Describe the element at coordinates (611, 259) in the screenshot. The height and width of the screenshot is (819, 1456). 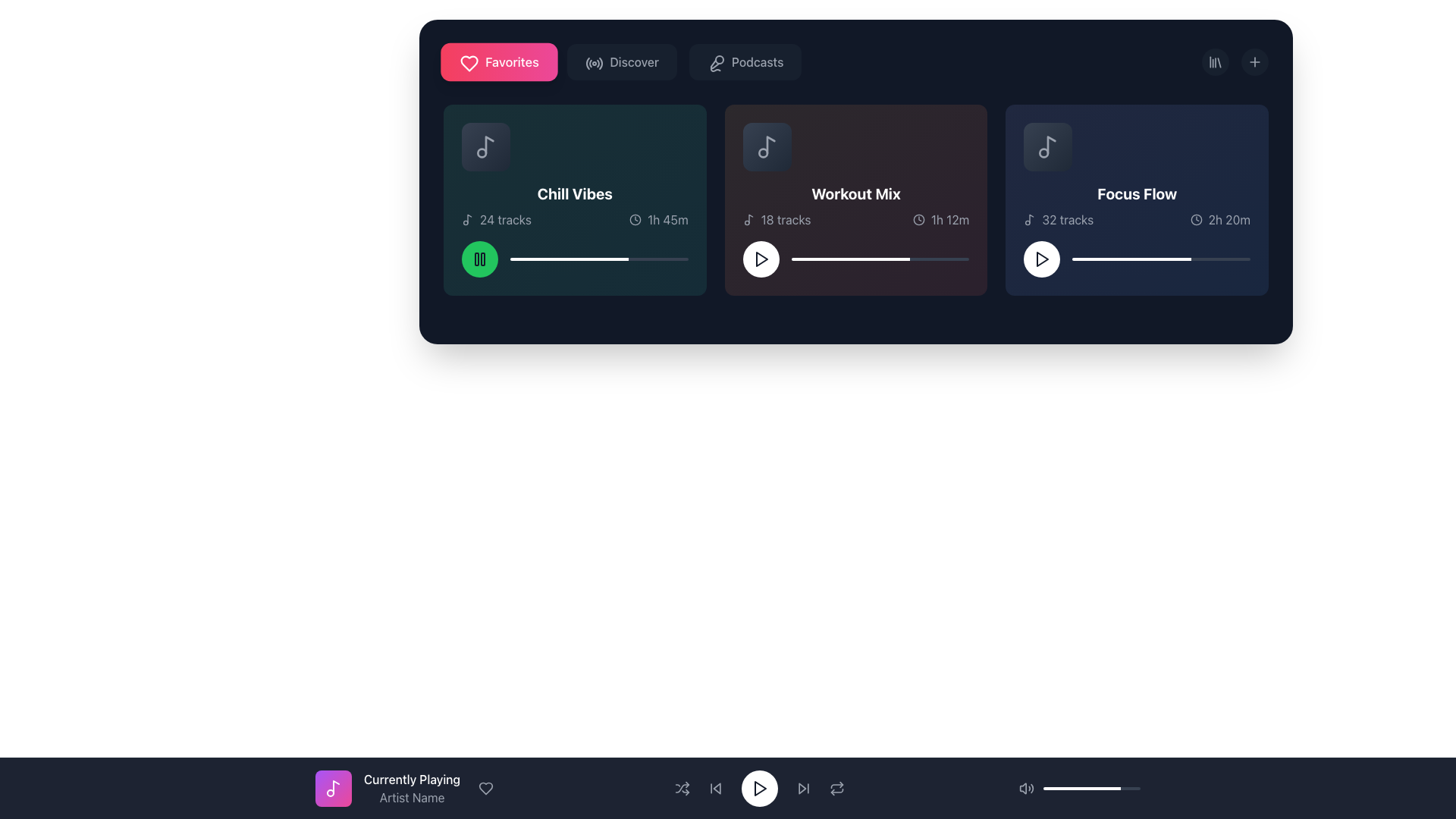
I see `the slider` at that location.